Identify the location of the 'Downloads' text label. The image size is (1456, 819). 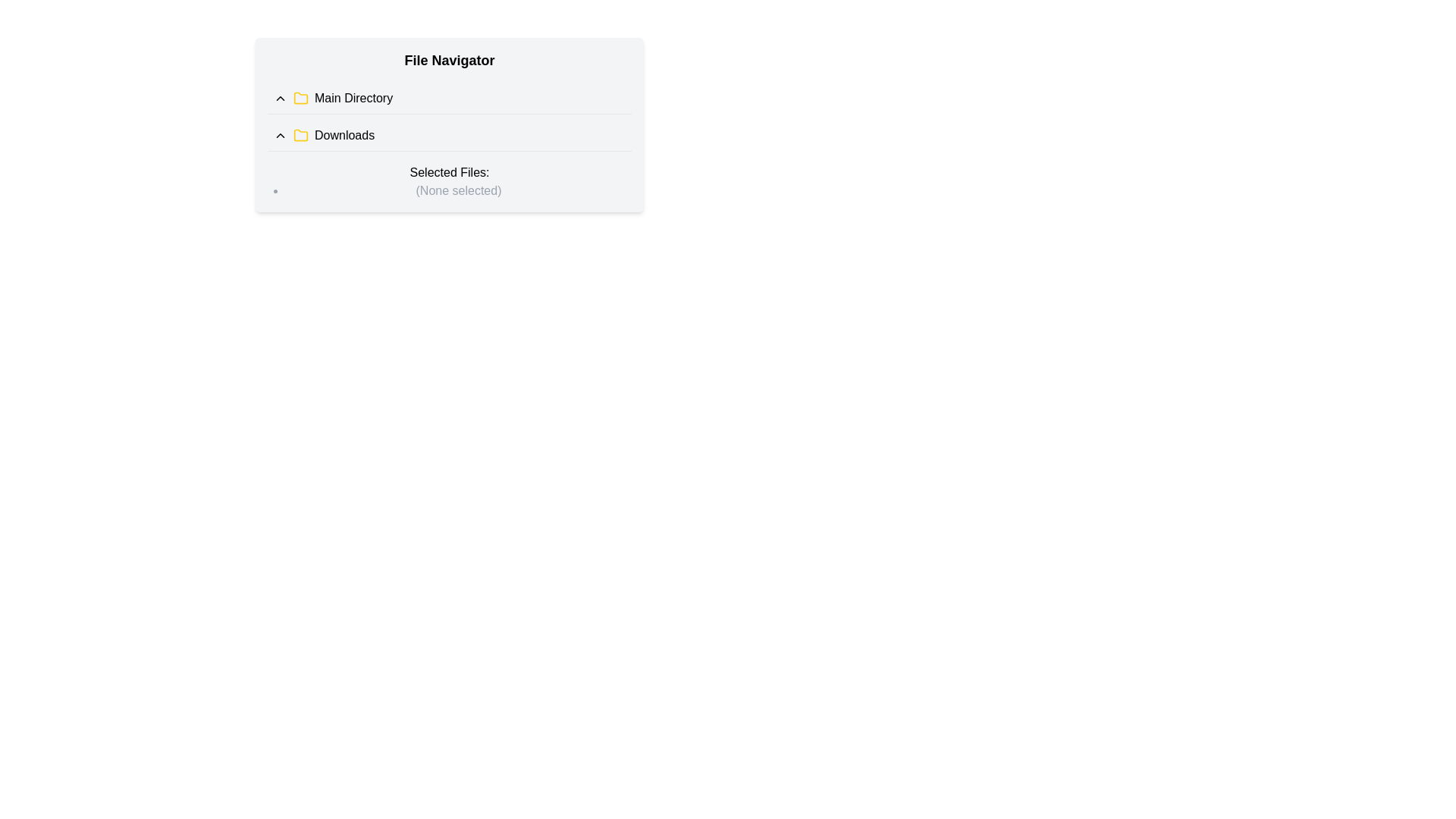
(344, 134).